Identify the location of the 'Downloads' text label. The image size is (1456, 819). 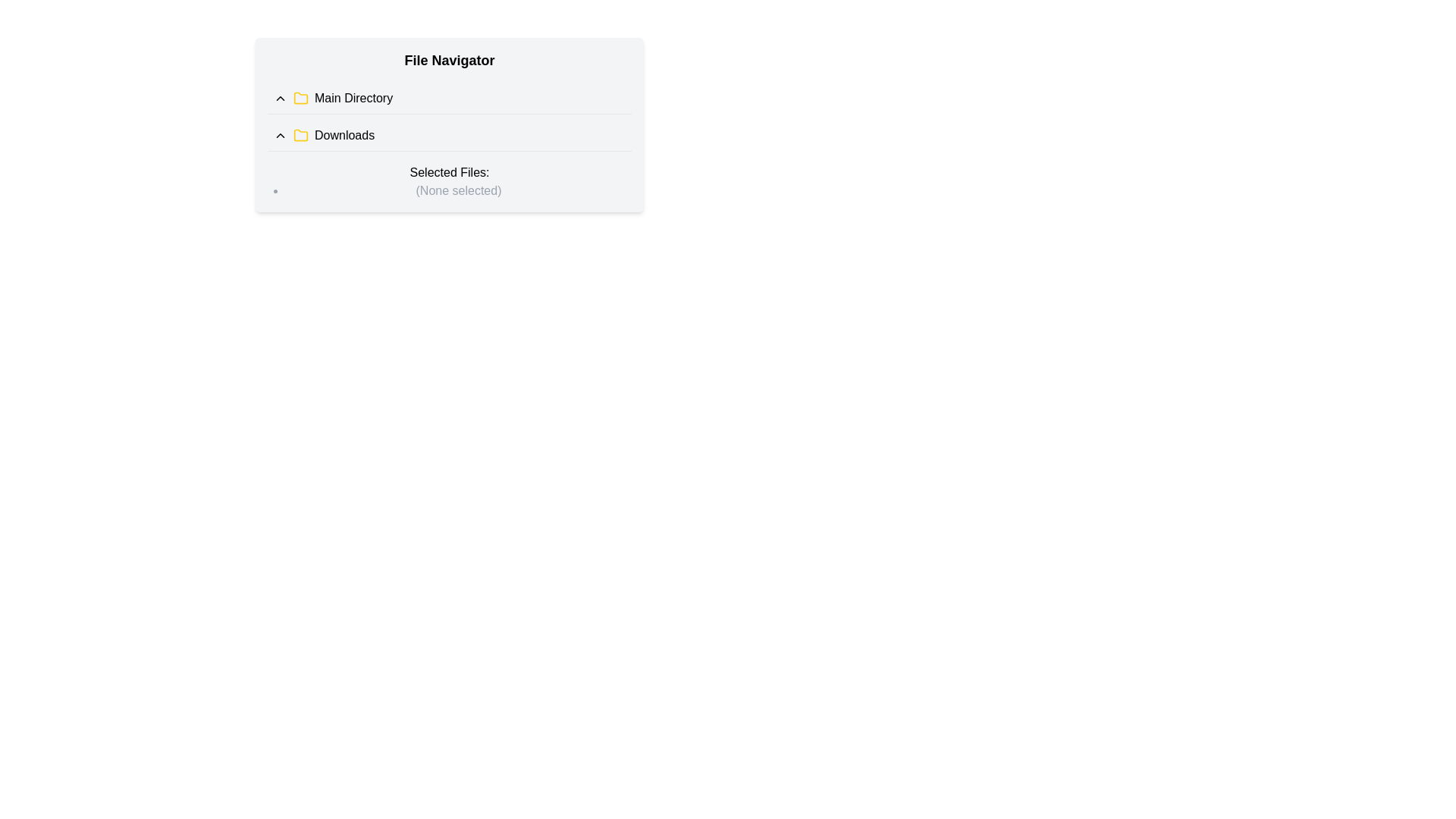
(344, 134).